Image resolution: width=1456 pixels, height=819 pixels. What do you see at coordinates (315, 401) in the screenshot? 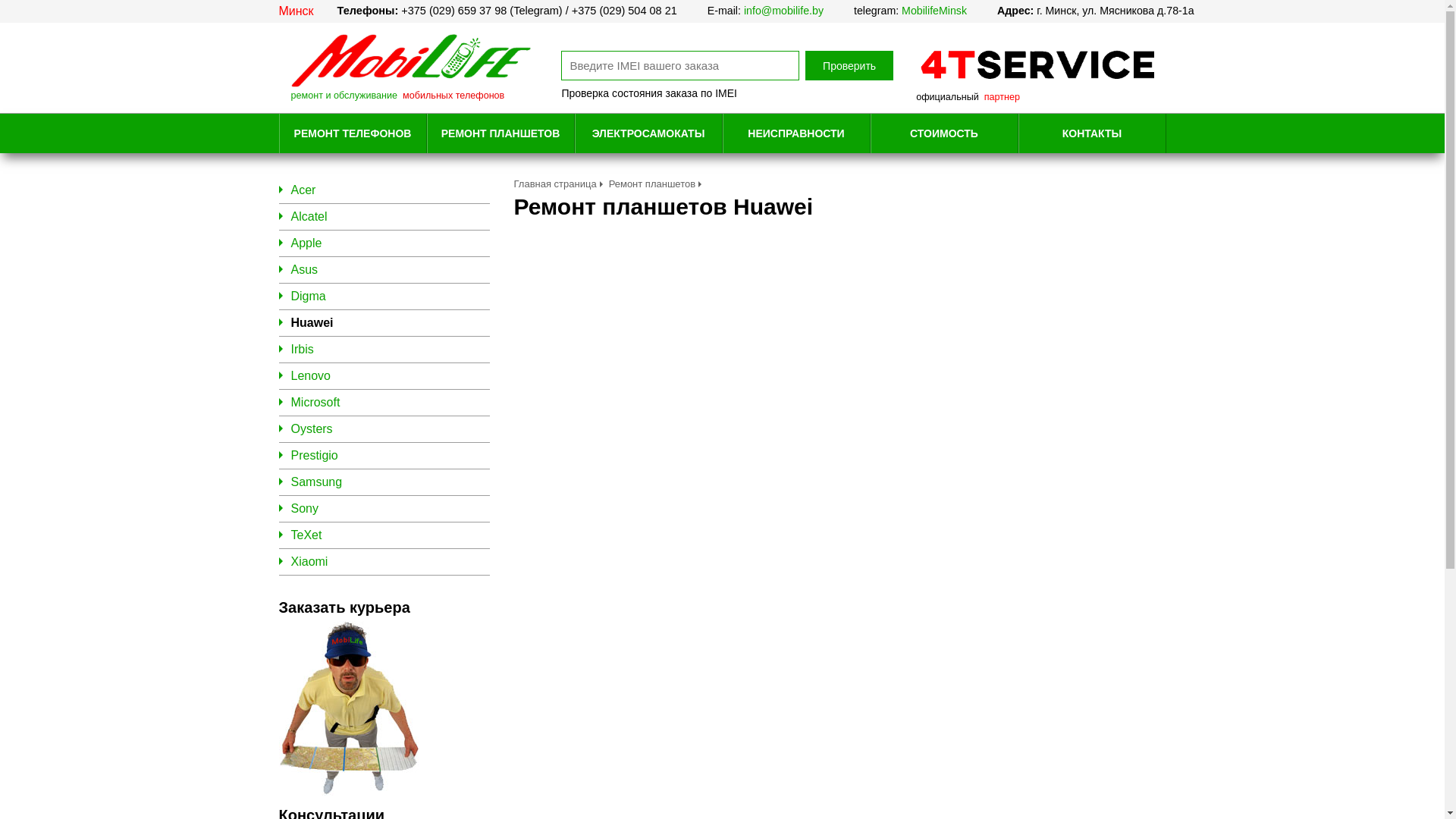
I see `'Microsoft'` at bounding box center [315, 401].